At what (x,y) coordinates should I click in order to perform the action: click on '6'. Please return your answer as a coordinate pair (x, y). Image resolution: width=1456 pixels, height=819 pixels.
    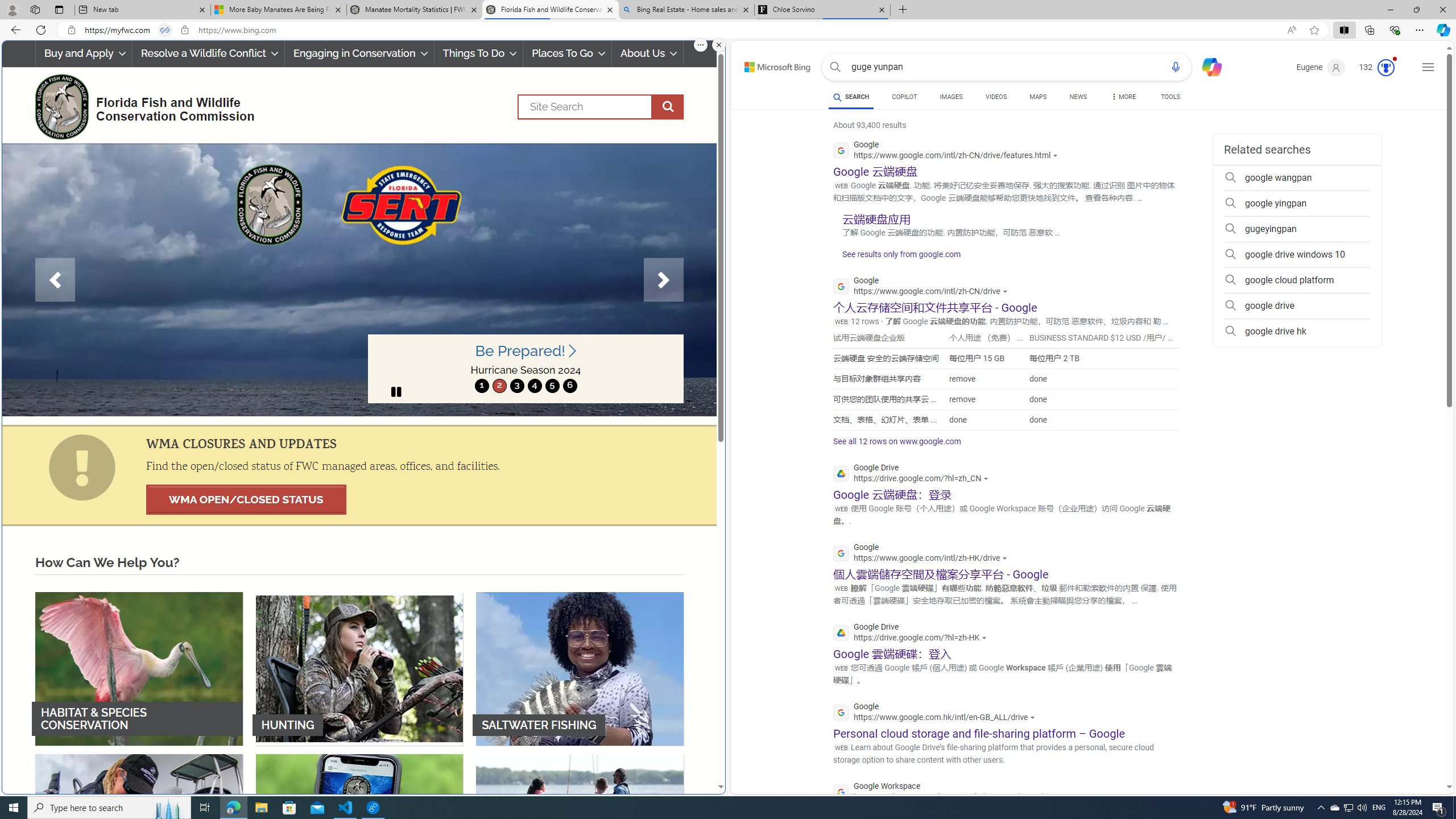
    Looking at the image, I should click on (568, 385).